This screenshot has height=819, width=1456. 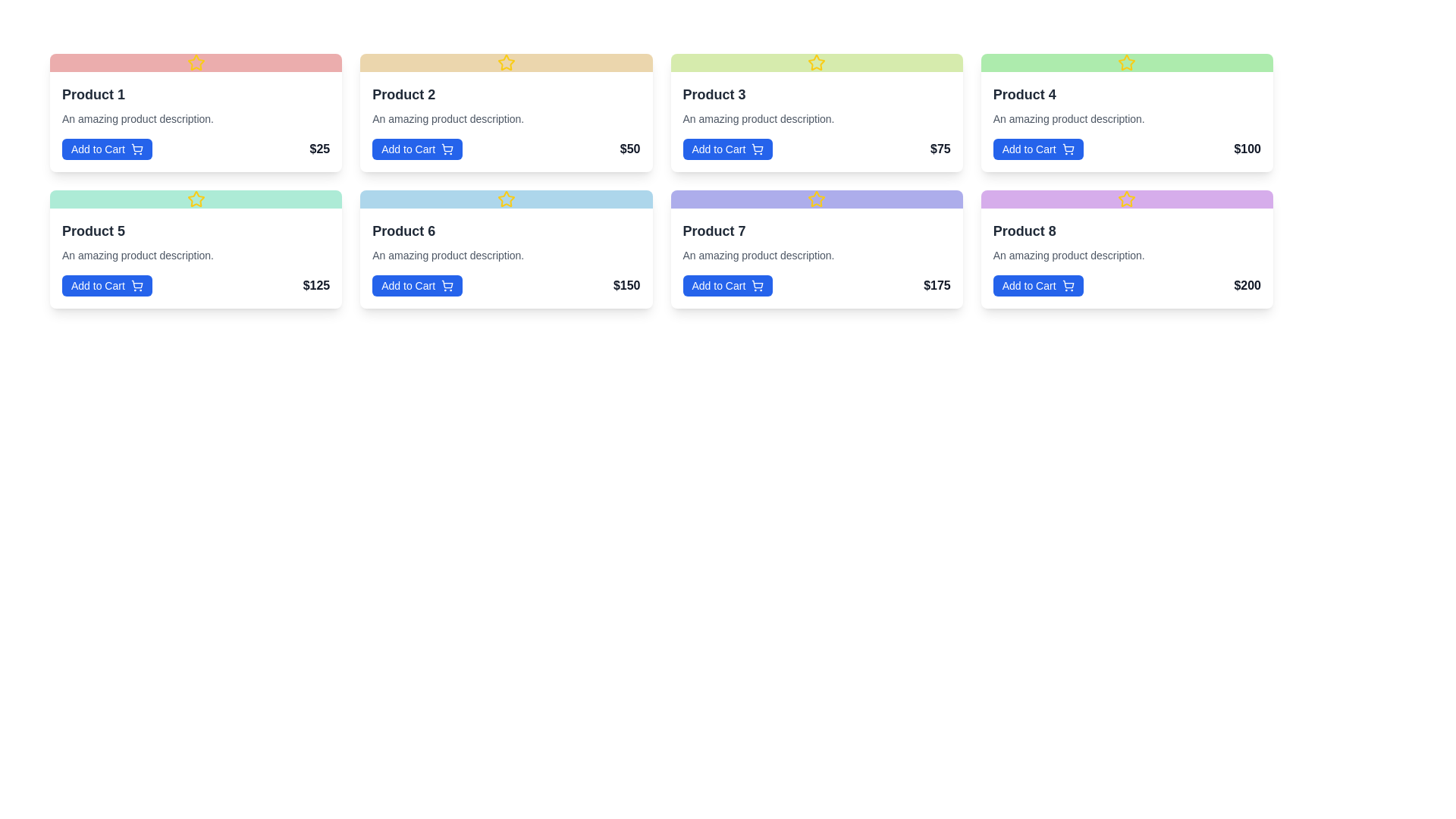 I want to click on the star icon located at the top-center of the 'Product 8' card in the product grid, so click(x=1127, y=198).